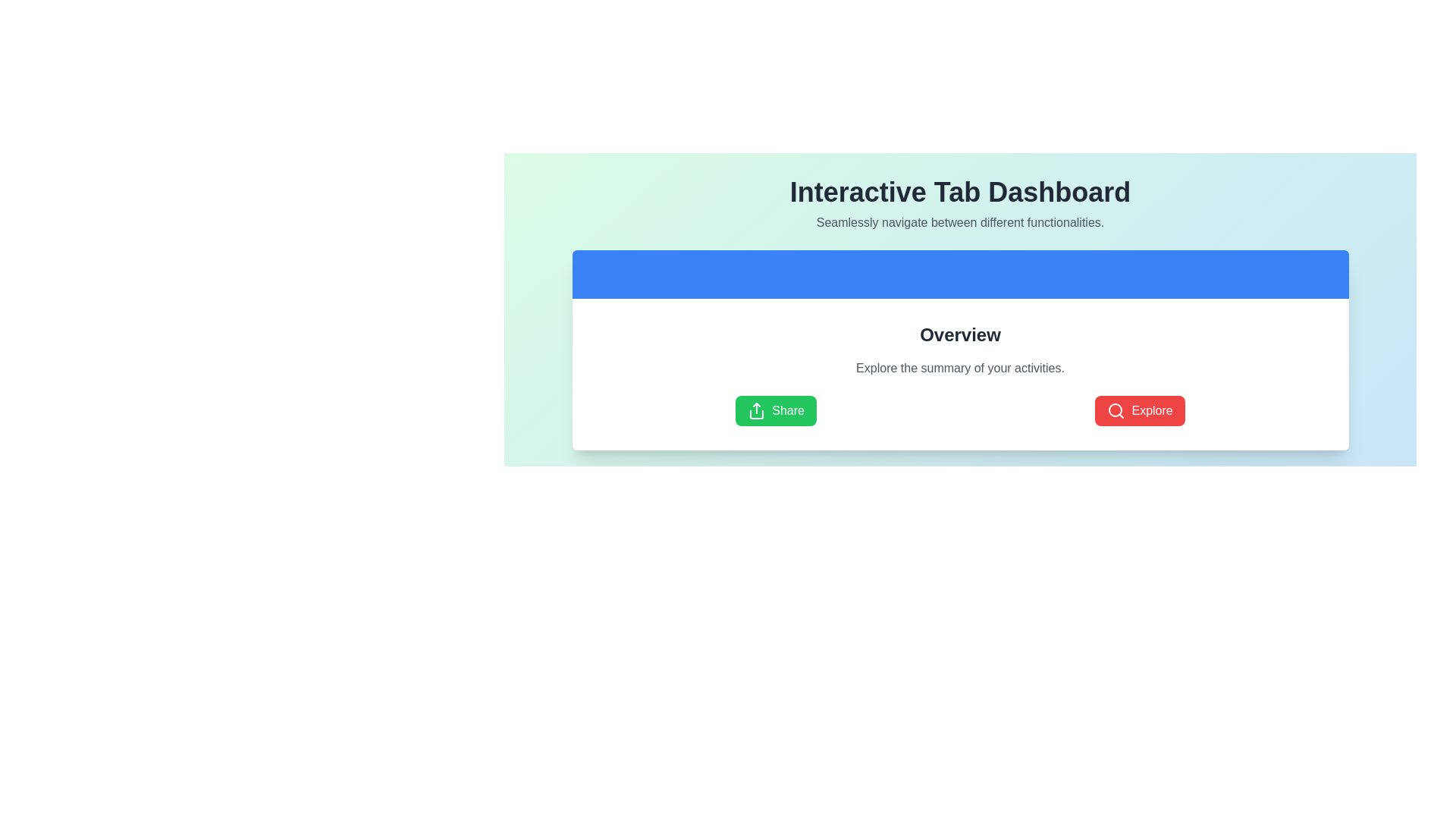  What do you see at coordinates (757, 415) in the screenshot?
I see `the share button icon component, which visually represents a share symbol and is situated below the arrow shape and above the caption text in the button group on the left section of the action panel` at bounding box center [757, 415].